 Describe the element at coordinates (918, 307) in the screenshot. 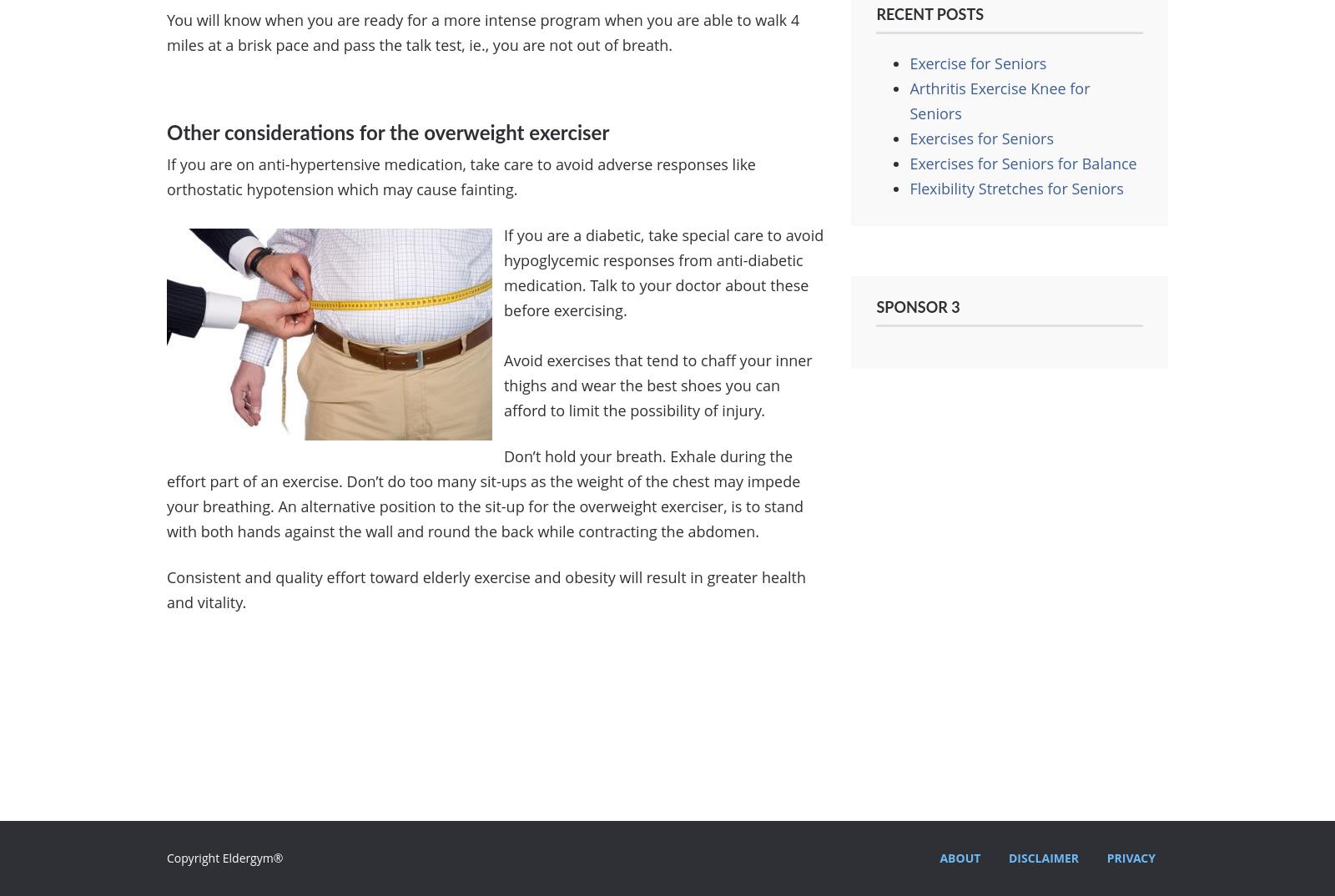

I see `'Sponsor 3'` at that location.